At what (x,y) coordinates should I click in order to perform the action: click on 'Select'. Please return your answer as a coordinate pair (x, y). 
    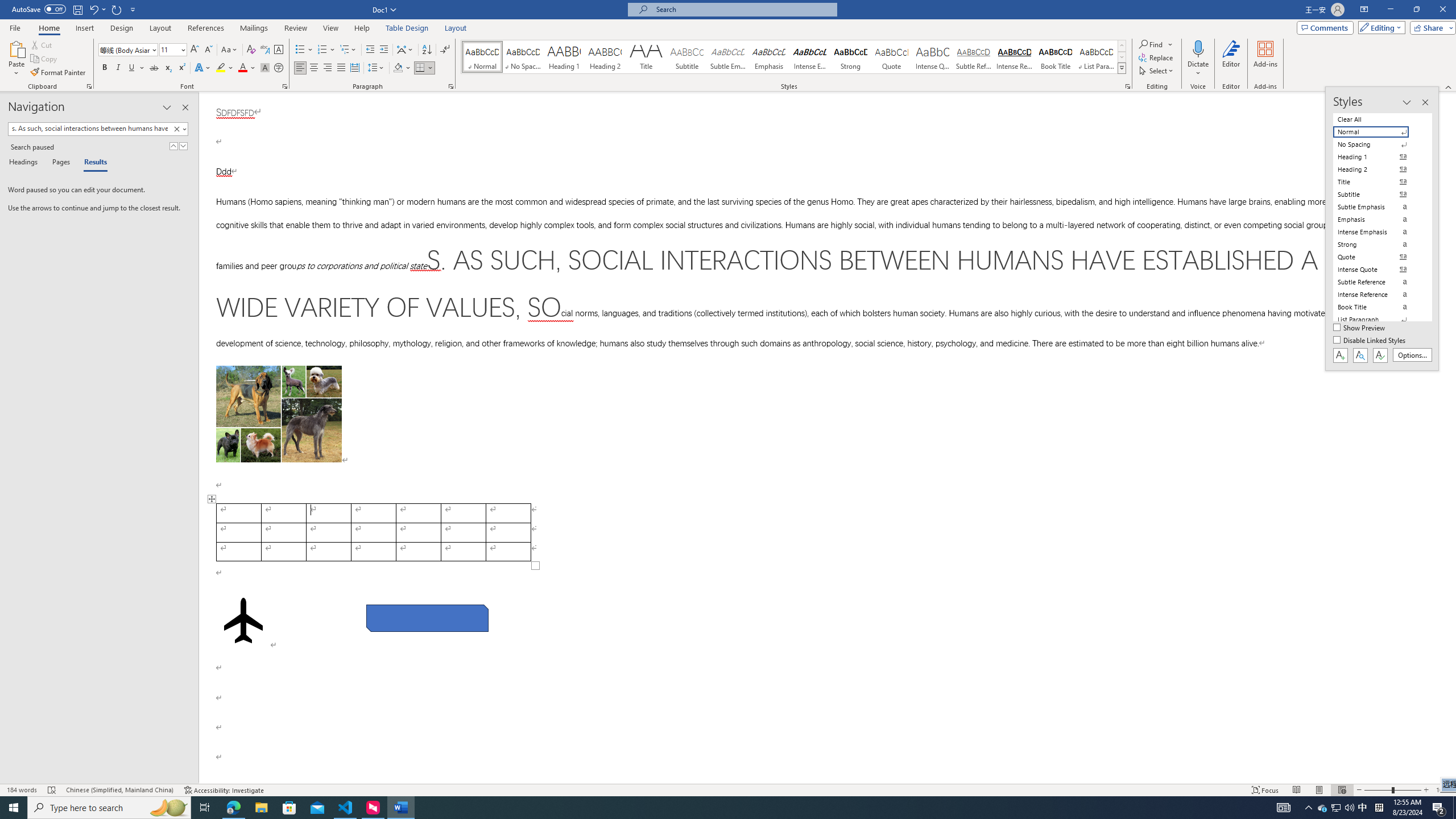
    Looking at the image, I should click on (1157, 69).